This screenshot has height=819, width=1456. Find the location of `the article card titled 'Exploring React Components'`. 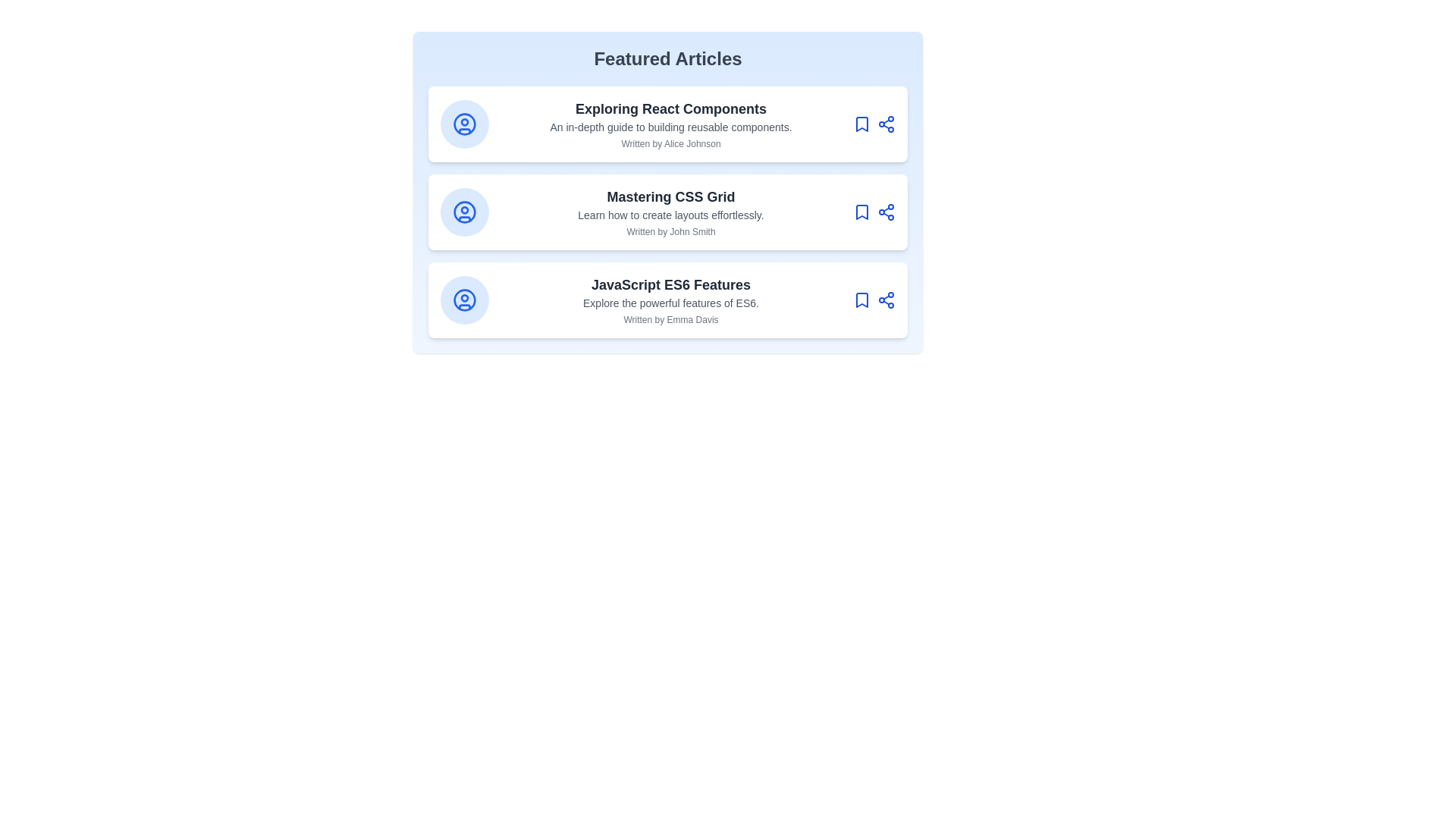

the article card titled 'Exploring React Components' is located at coordinates (667, 124).